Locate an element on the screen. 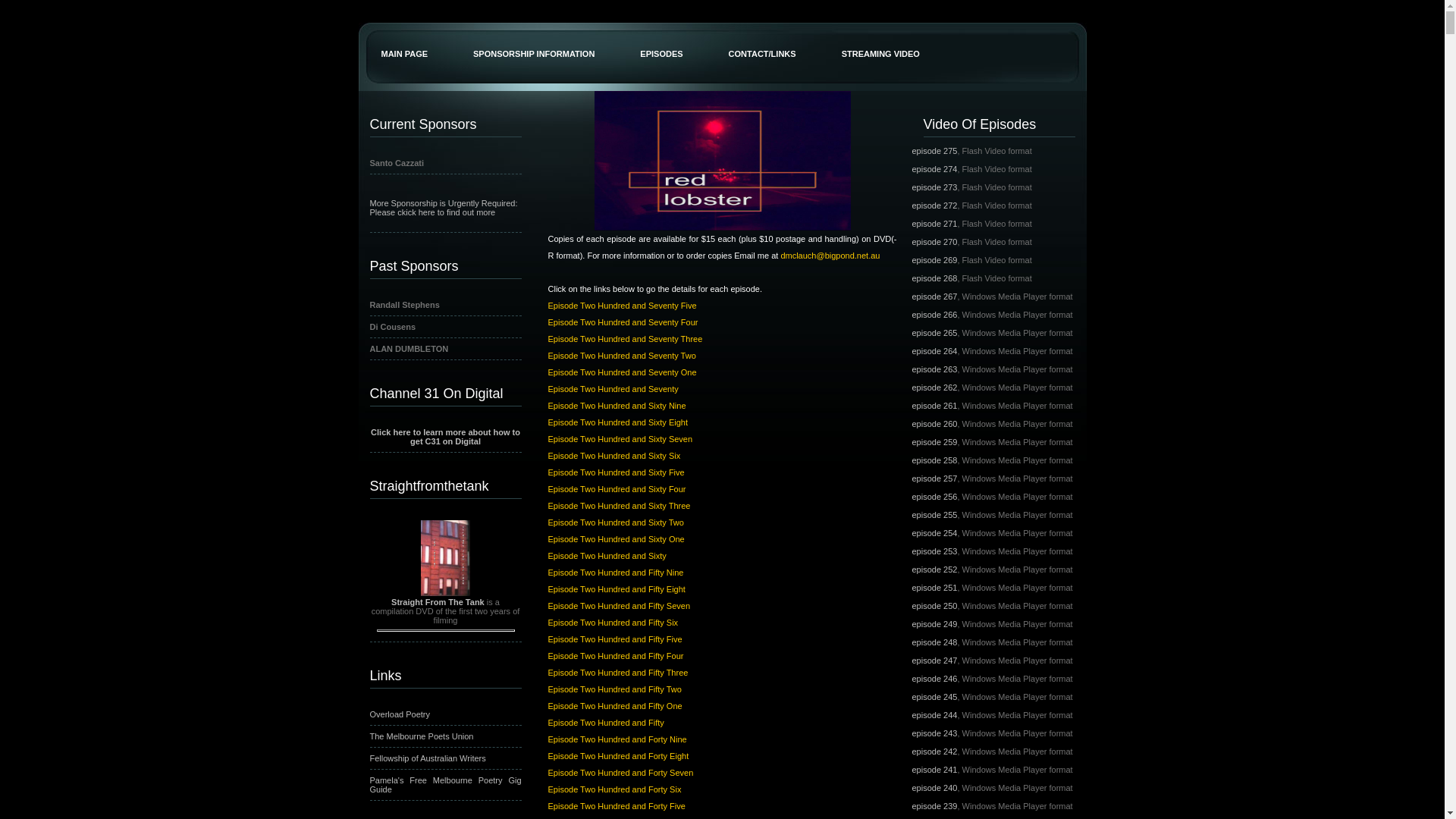 Image resolution: width=1456 pixels, height=819 pixels. 'SPONSORSHIP INFORMATION' is located at coordinates (534, 37).